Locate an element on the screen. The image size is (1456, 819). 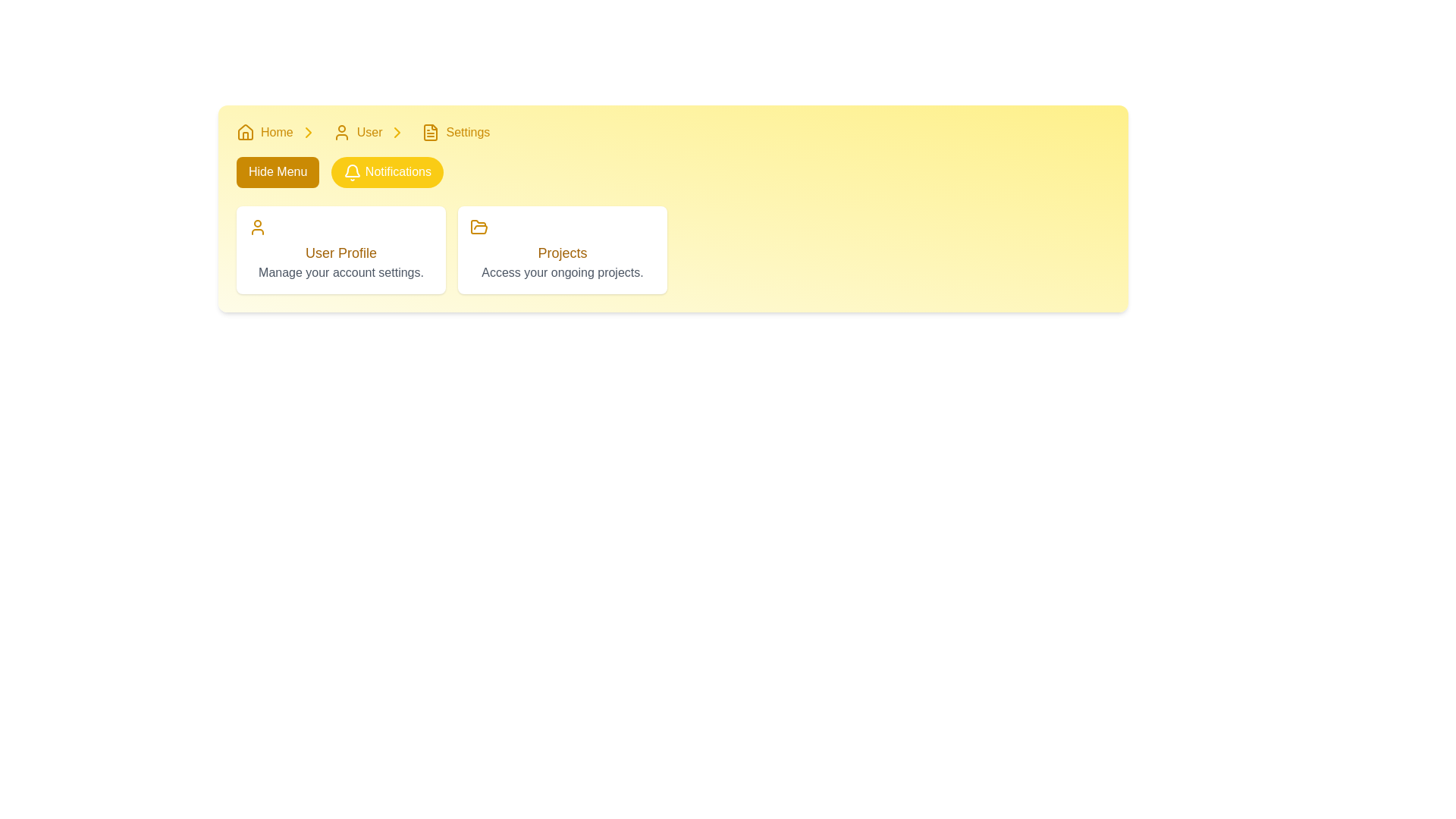
the stylized icon resembling a folded document located in the breadcrumb navigation bar, positioned to the immediate left of the 'Settings' label is located at coordinates (430, 131).